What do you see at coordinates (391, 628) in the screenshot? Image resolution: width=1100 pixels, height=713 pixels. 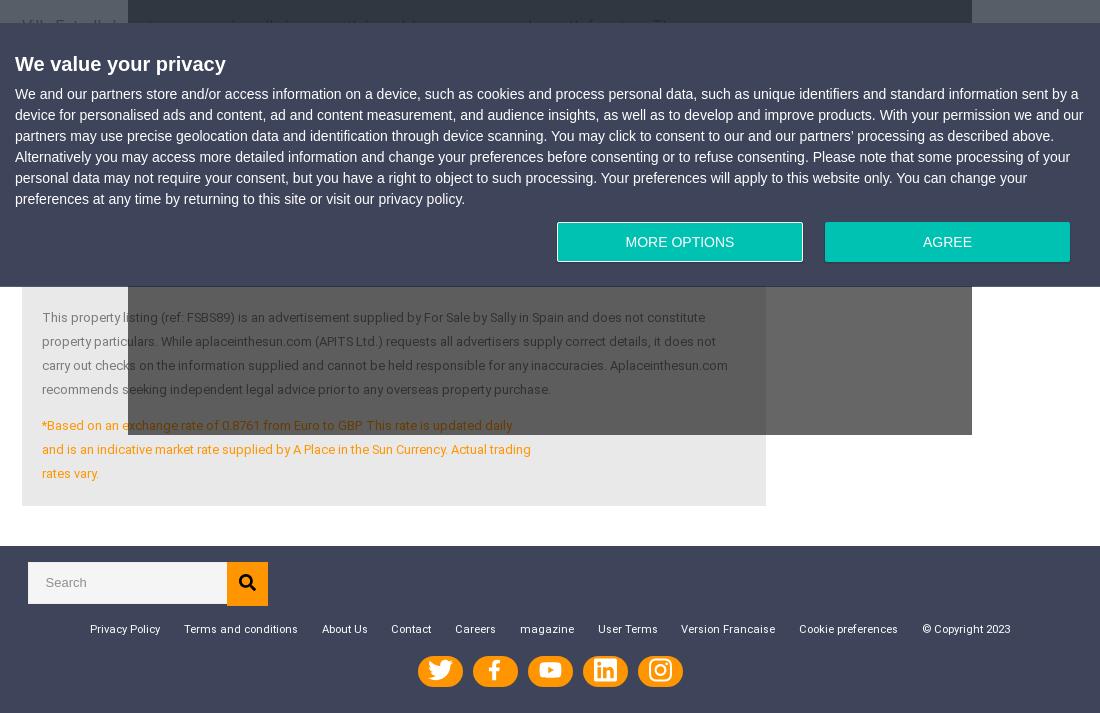 I see `'Contact'` at bounding box center [391, 628].